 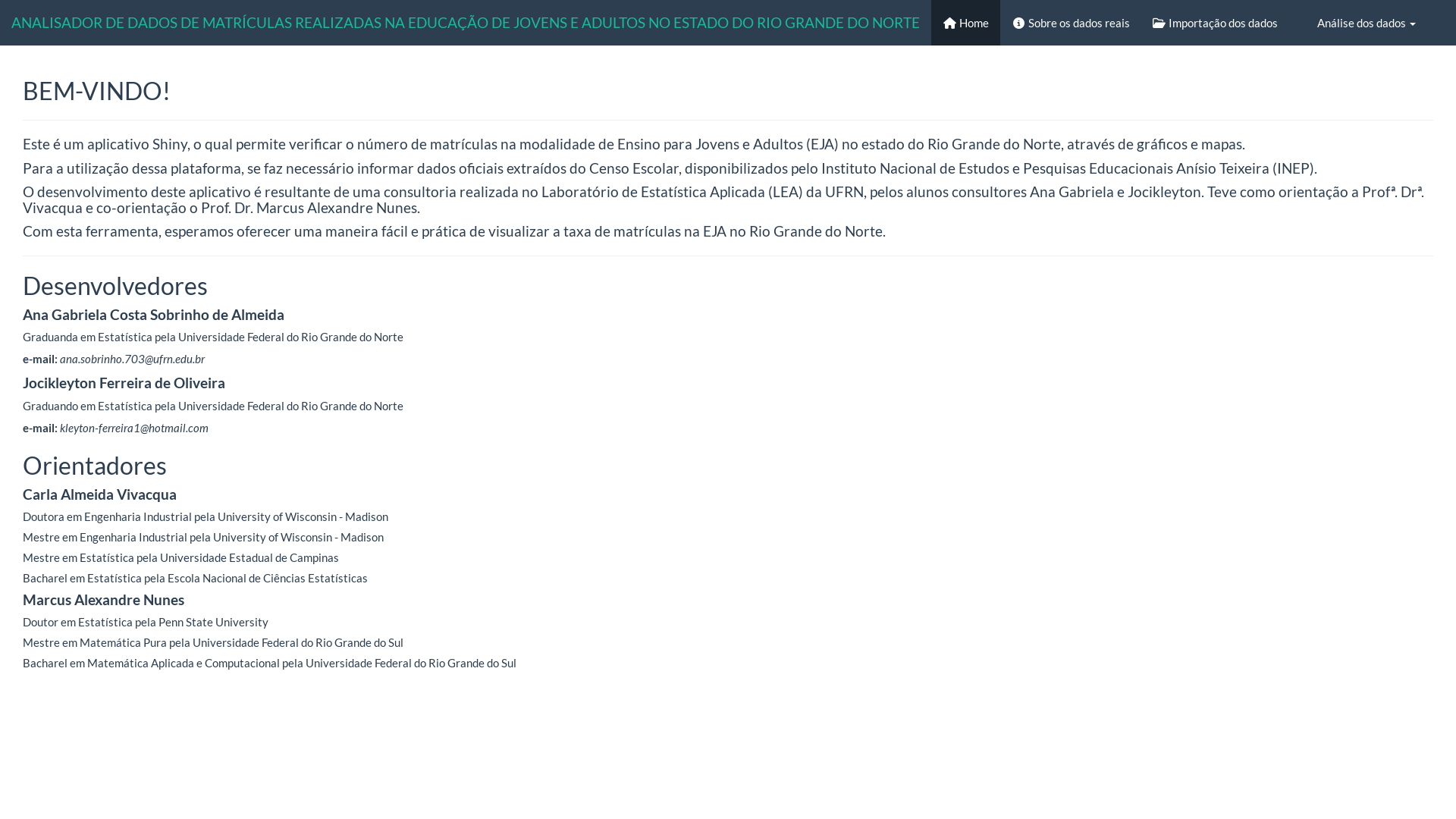 I want to click on 'Sobre os dados reais', so click(x=1000, y=23).